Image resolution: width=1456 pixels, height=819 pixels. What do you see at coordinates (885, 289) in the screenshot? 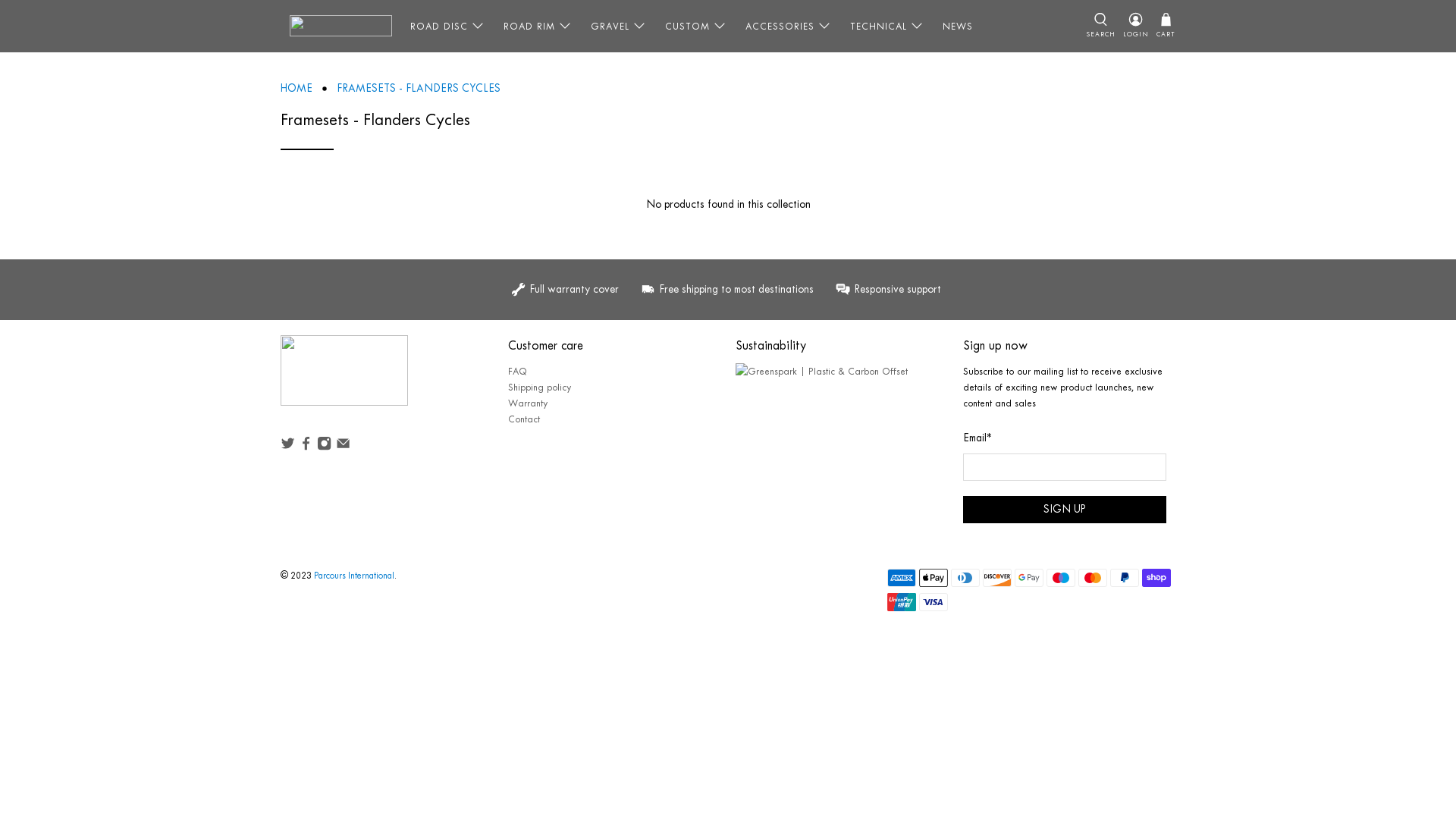
I see `'Responsive support'` at bounding box center [885, 289].